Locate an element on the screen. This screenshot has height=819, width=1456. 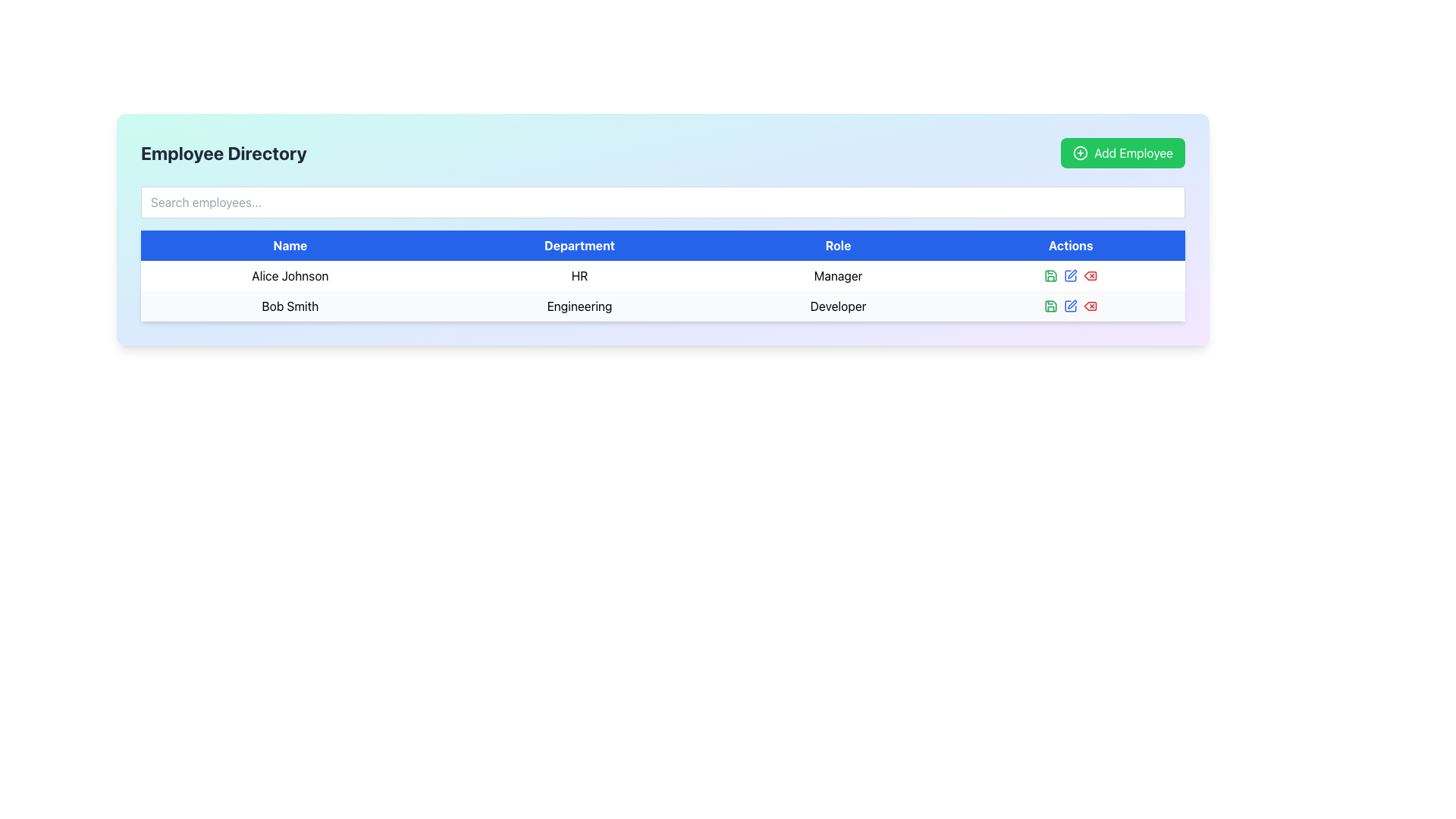
text displayed in the Text Label that shows the department name associated with user 'Bob Smith', located in the second column of the second row of the table is located at coordinates (579, 306).